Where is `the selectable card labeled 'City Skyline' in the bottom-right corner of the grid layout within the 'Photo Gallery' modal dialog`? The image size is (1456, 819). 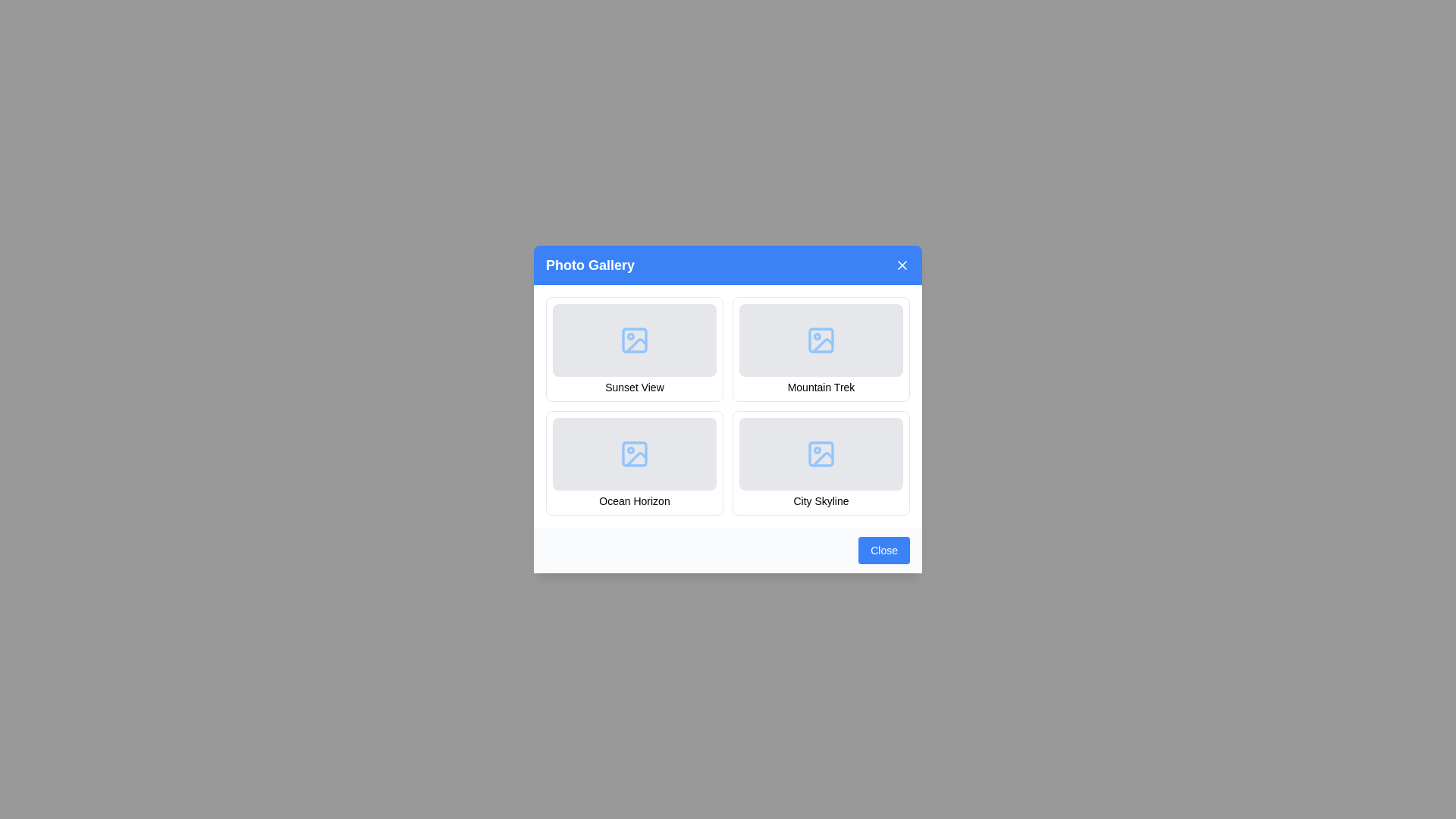 the selectable card labeled 'City Skyline' in the bottom-right corner of the grid layout within the 'Photo Gallery' modal dialog is located at coordinates (821, 462).